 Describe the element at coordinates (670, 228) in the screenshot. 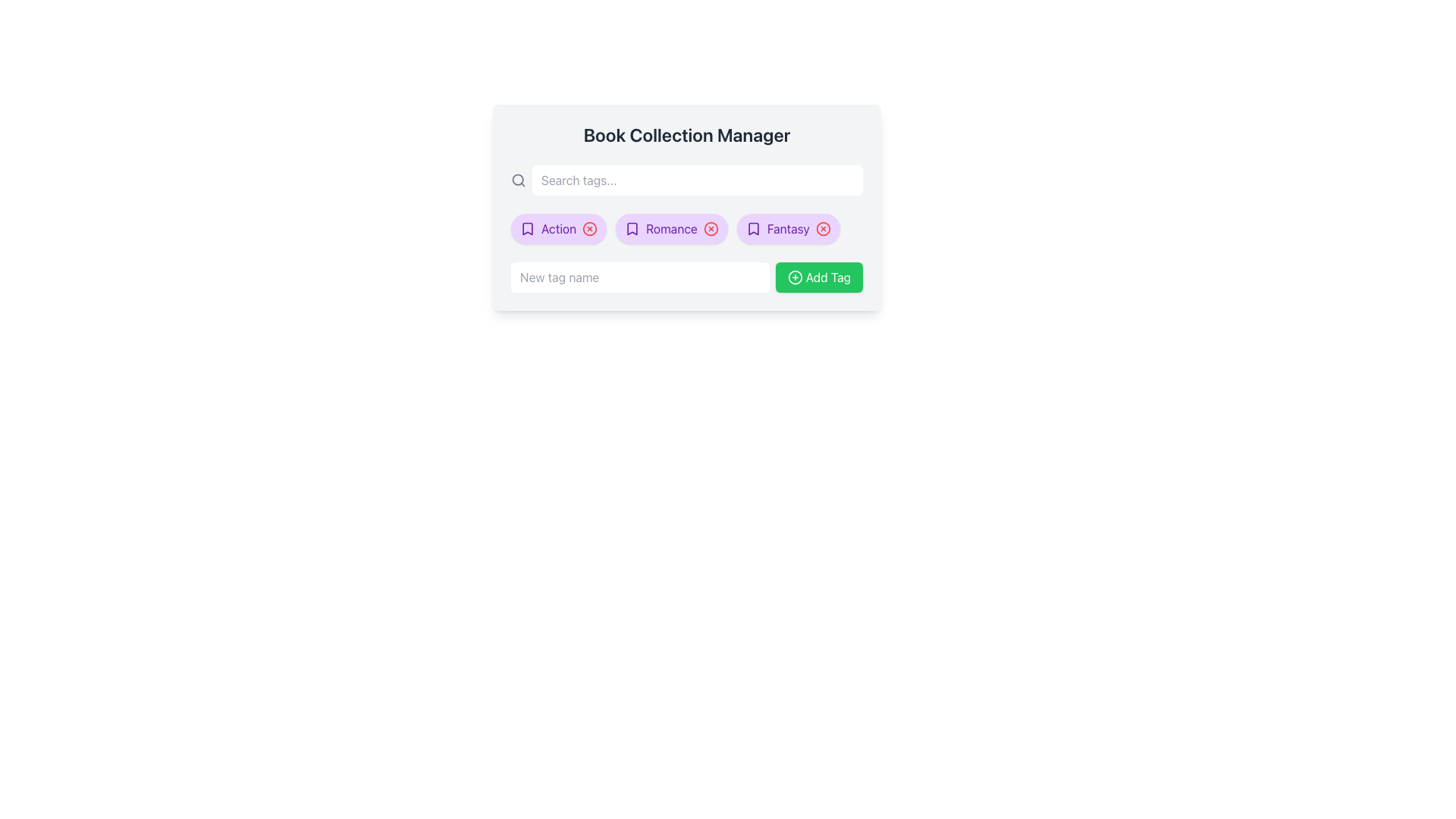

I see `the 'Romance' static text label, which is styled in bold vibrant purple and located between 'Action' and 'Fantasy' tags` at that location.